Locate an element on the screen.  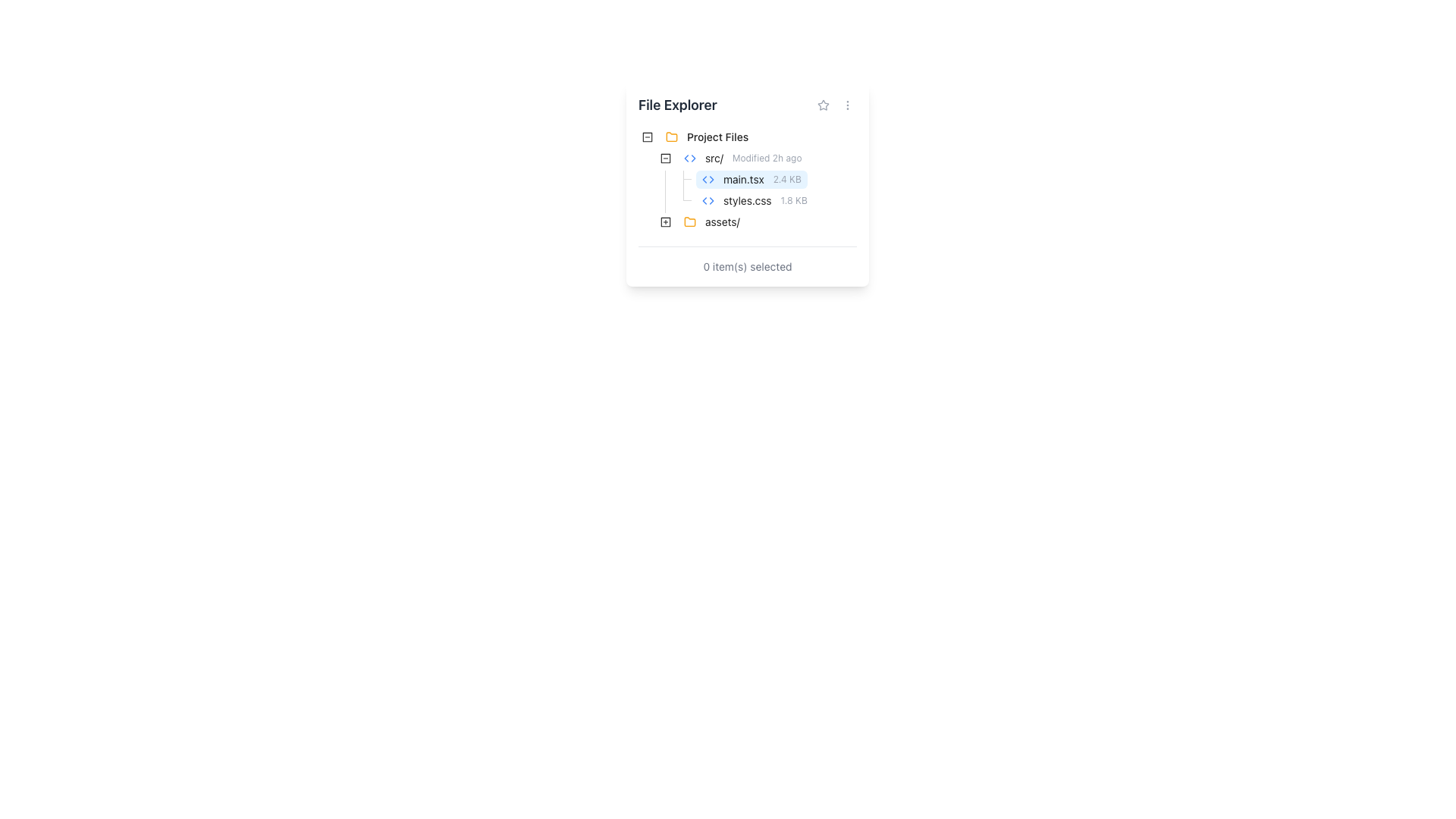
the minus sign button located to the left of the 'Project Files' label in the file explorer is located at coordinates (648, 137).